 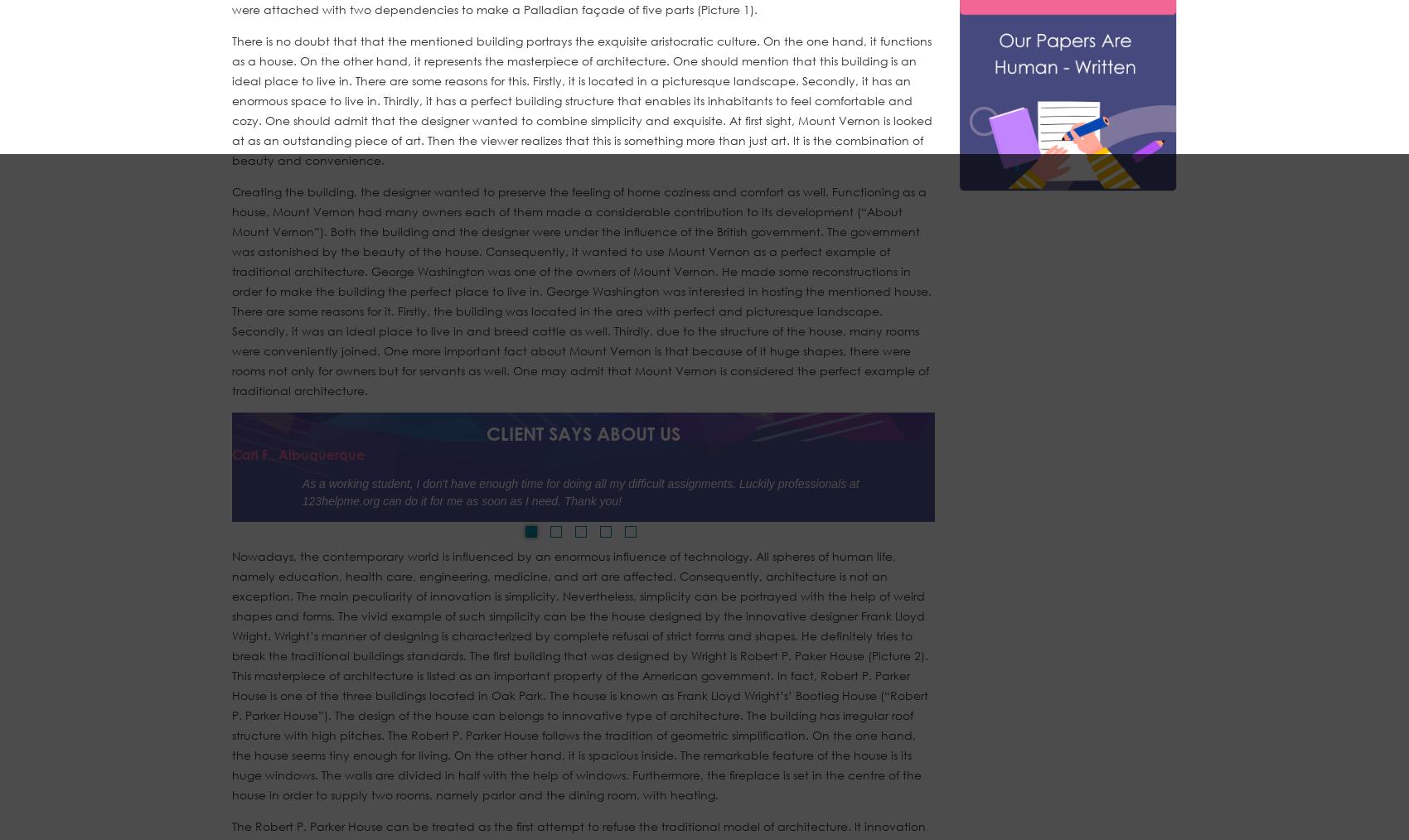 What do you see at coordinates (231, 289) in the screenshot?
I see `'Creating the building, the designer wanted to preserve the feeling of home coziness and comfort as well. Functioning as a house, Mount Vernon had many owners each of them made a considerable contribution to its development (“About Mount Vernon”). Both the building and the designer were under the influence of the British government. The government was astonished by the beauty of the house. Consequently, it wanted to use Mount Vernon as a perfect example of traditional architecture. George Washington was one of the owners of Mount Vernon. He made some reconstructions in order to make the building the perfect place to live in. George Washington was interested in hosting the mentioned house. There are some reasons for it. Firstly, the building was located in the area with perfect and picturesque landscape. Secondly, it was an ideal place to live in and breed cattle as well. Thirdly, due to the structure of the house, many rooms were conveniently joined. One more important fact about Mount Vernon is that because of it huge shapes, there were rooms not only for owners but for servants as well. One may admit that Mount Vernon is considered the perfect example of traditional architecture.'` at bounding box center [231, 289].